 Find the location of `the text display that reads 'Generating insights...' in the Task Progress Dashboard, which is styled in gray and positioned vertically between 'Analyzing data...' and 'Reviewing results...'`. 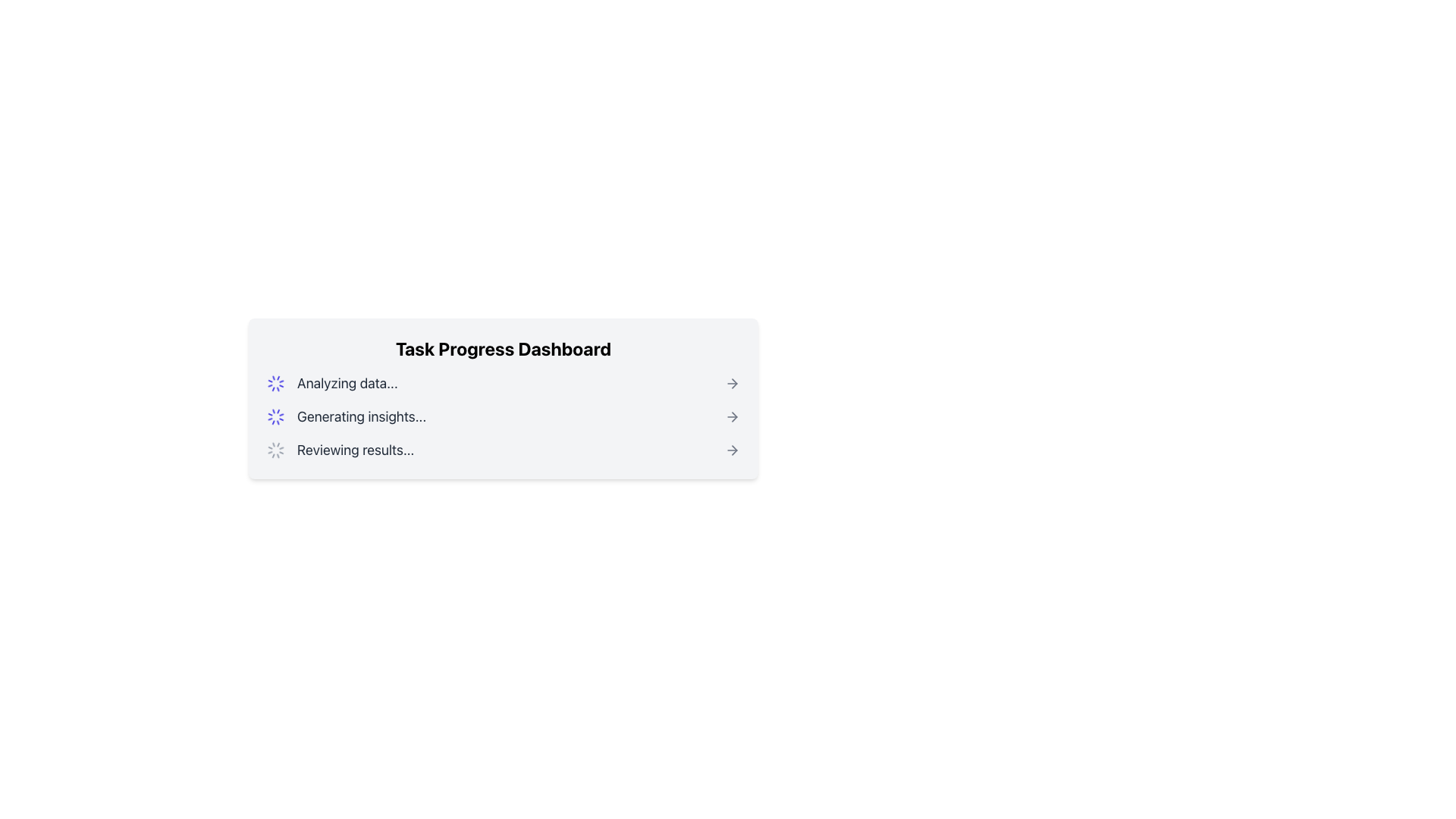

the text display that reads 'Generating insights...' in the Task Progress Dashboard, which is styled in gray and positioned vertically between 'Analyzing data...' and 'Reviewing results...' is located at coordinates (361, 417).